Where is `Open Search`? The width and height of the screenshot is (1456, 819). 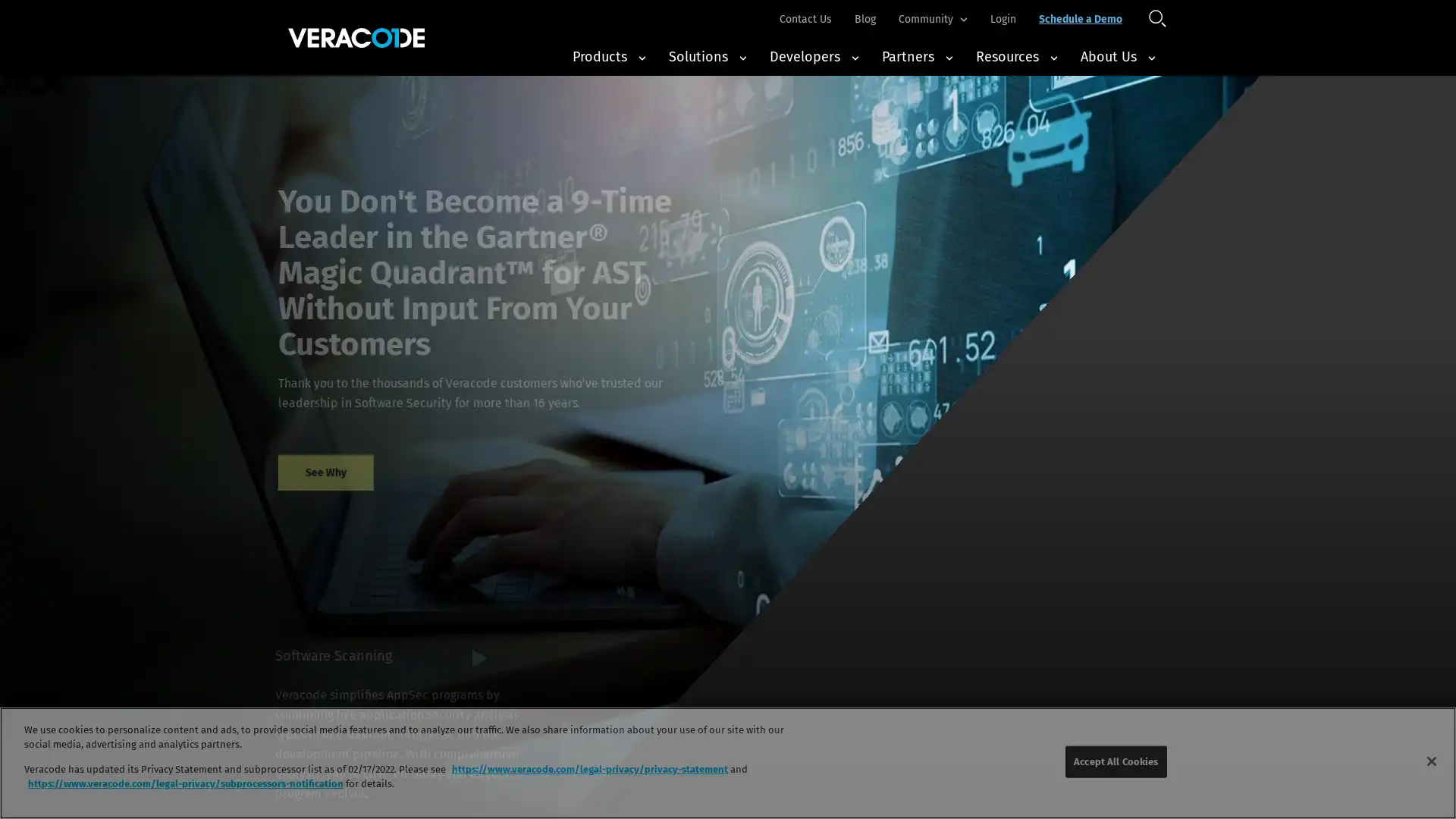 Open Search is located at coordinates (1156, 17).